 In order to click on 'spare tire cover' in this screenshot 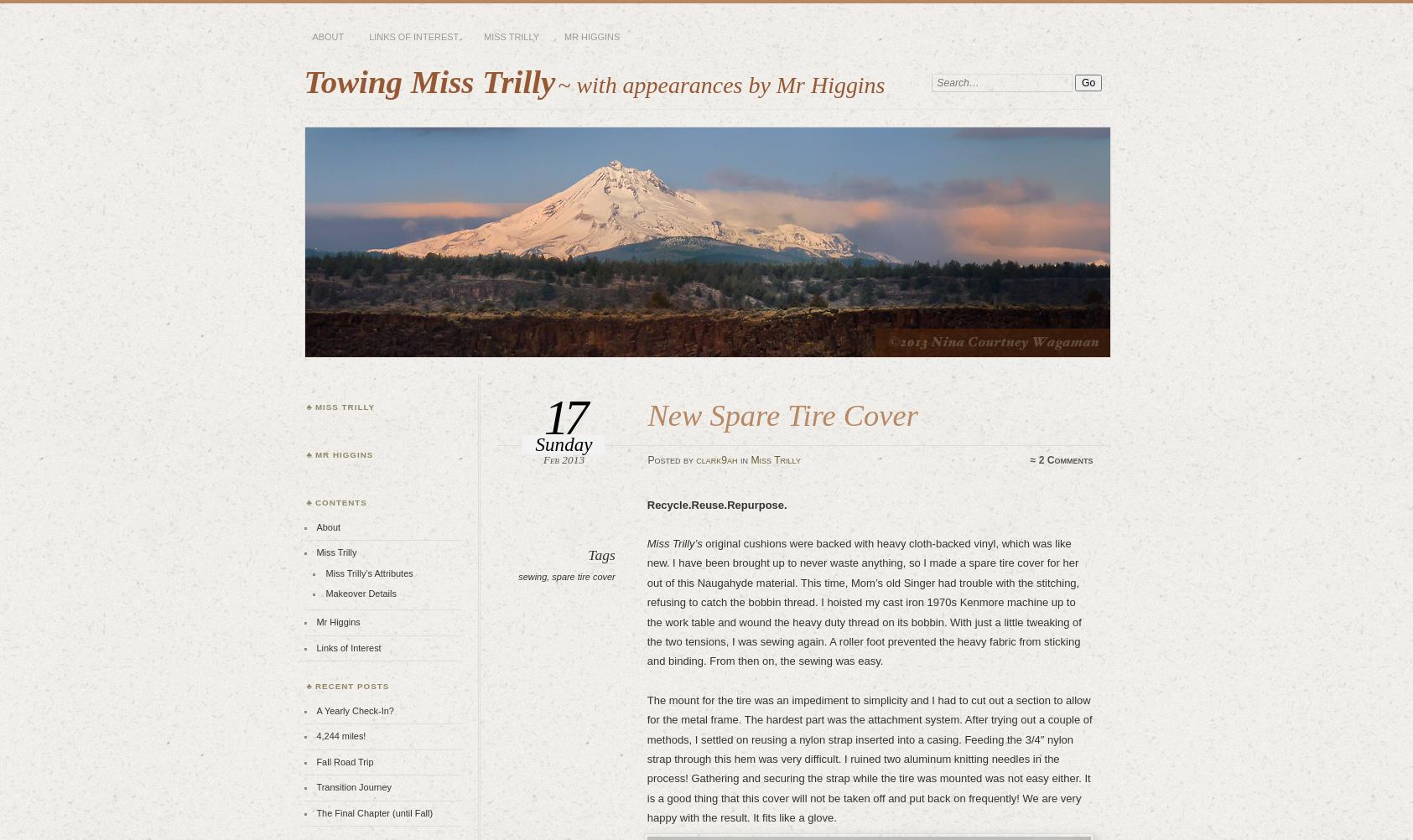, I will do `click(582, 576)`.